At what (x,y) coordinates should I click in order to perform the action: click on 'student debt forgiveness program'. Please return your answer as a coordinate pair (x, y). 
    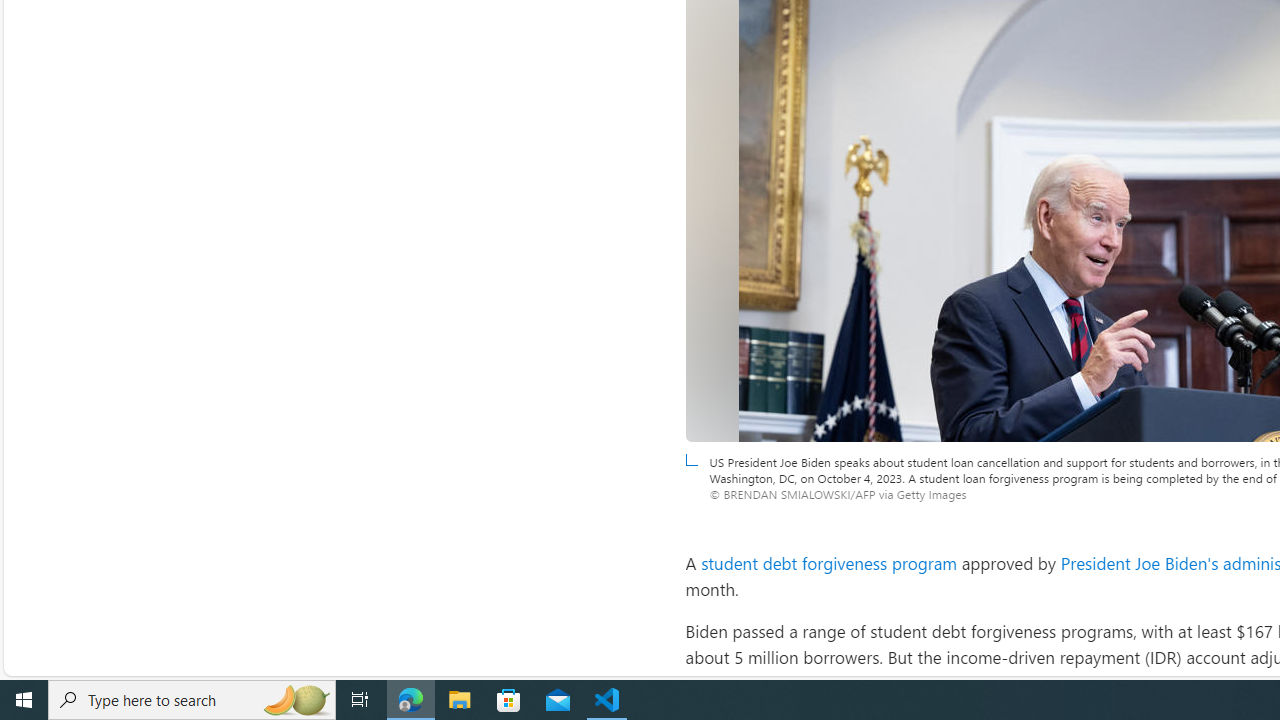
    Looking at the image, I should click on (829, 563).